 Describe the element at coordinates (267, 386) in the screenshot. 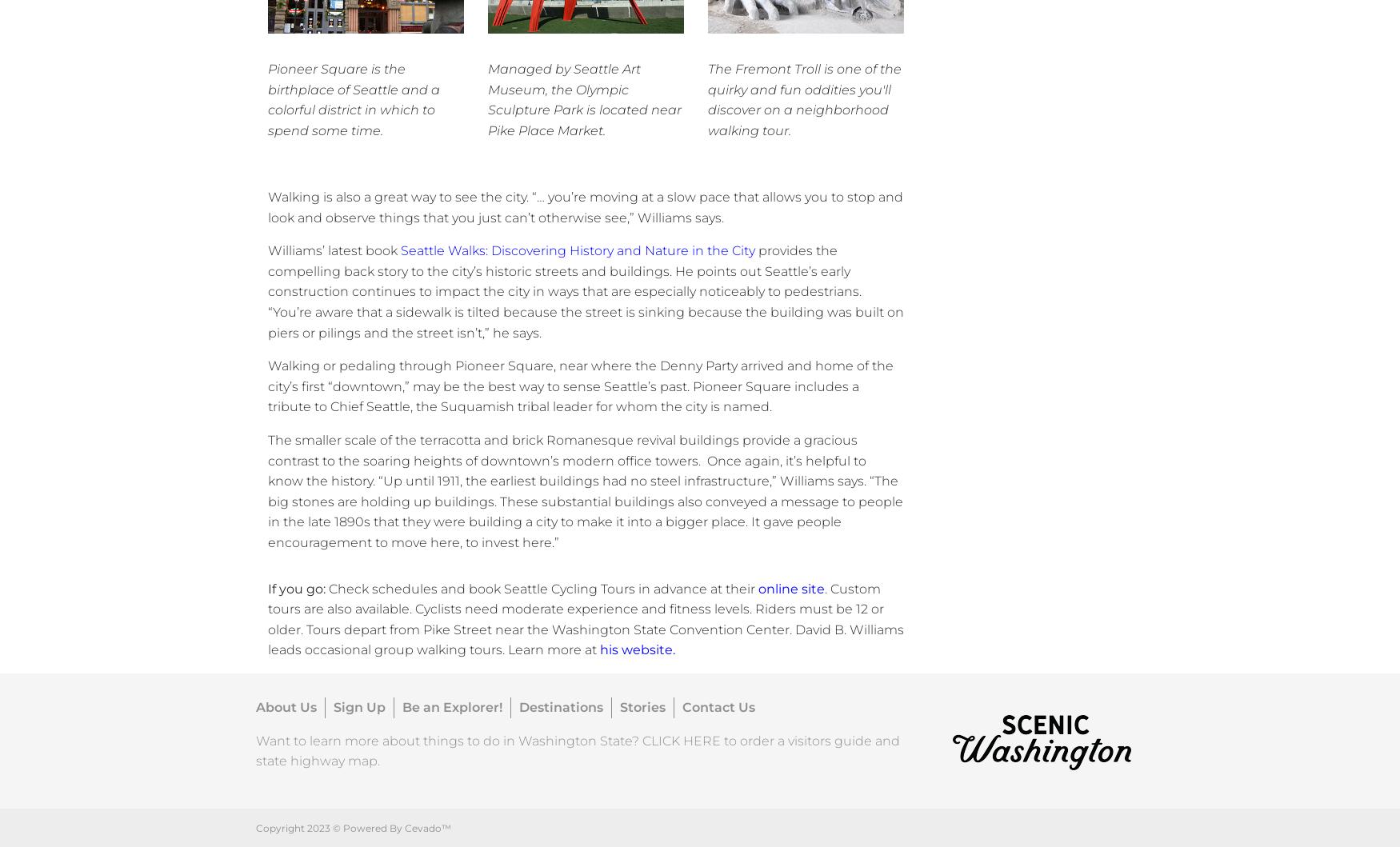

I see `'Walking or pedaling through Pioneer Square, near where the Denny Party arrived and home of the city’s first “downtown,” may be the best way to sense Seattle’s past. Pioneer Square includes a tribute to Chief Seattle, the Suquamish tribal leader for whom the city is named.'` at that location.